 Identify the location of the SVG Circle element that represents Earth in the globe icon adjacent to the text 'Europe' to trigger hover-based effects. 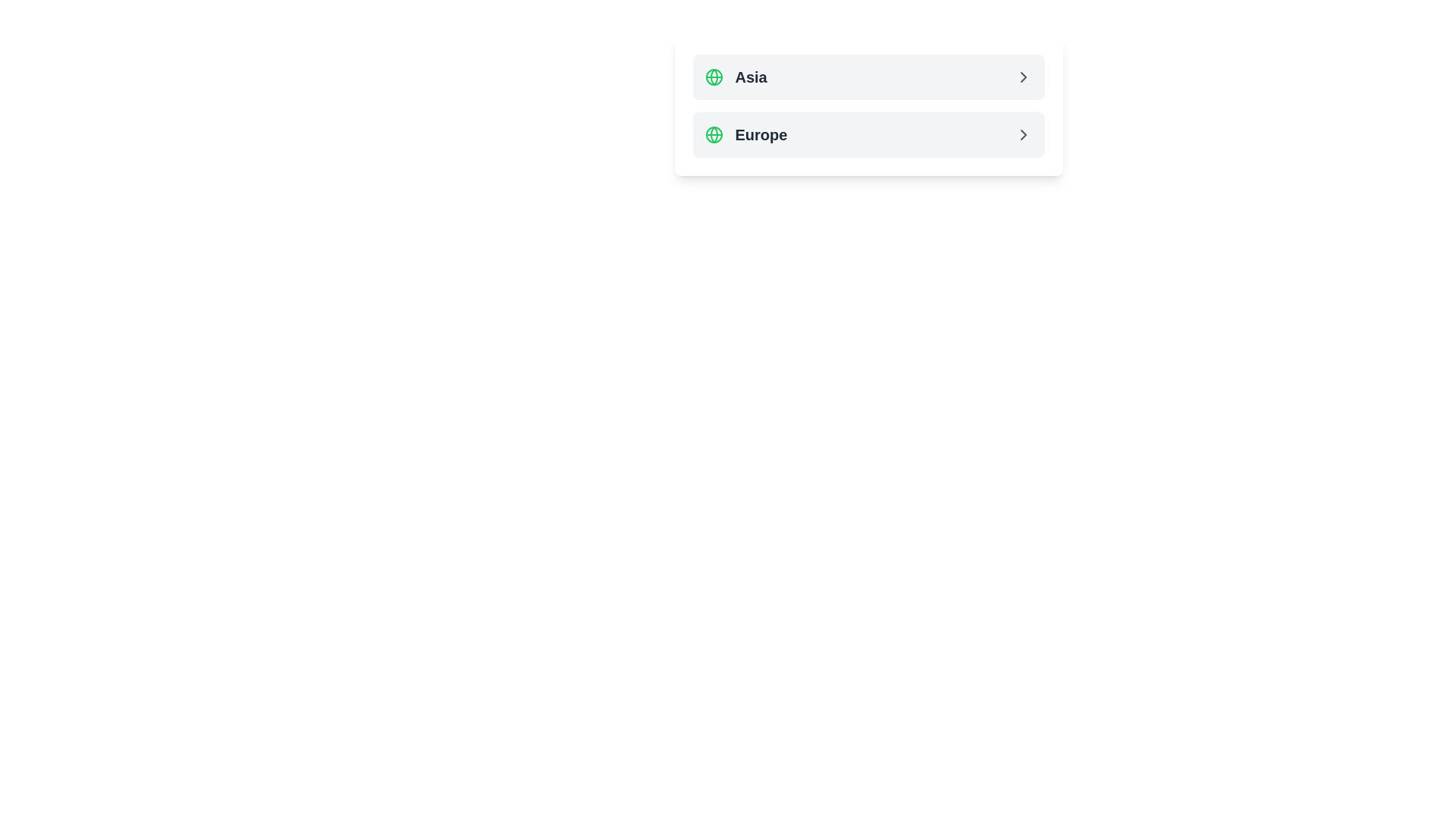
(713, 77).